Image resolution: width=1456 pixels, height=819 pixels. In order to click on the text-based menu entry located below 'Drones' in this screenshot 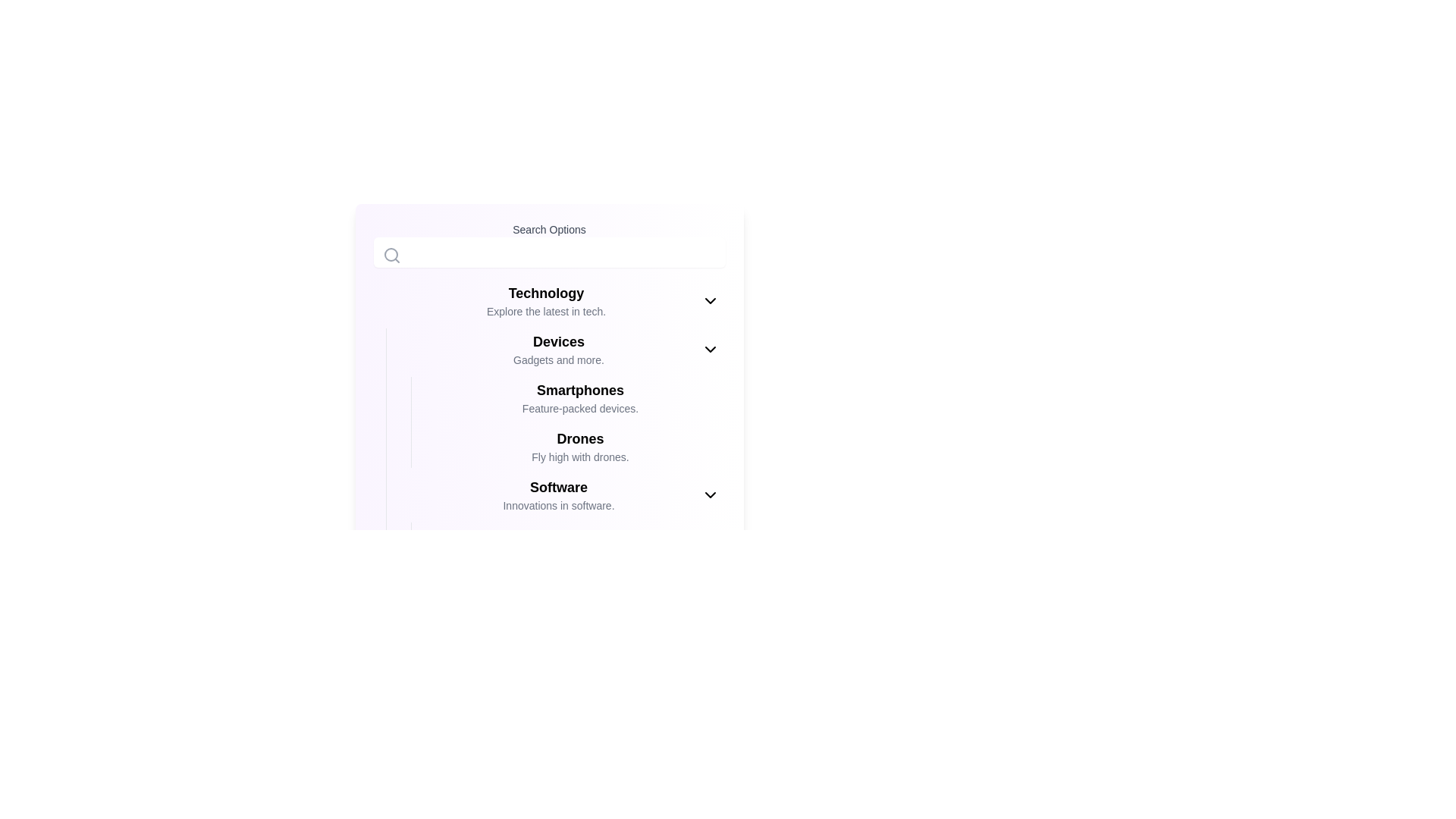, I will do `click(558, 494)`.